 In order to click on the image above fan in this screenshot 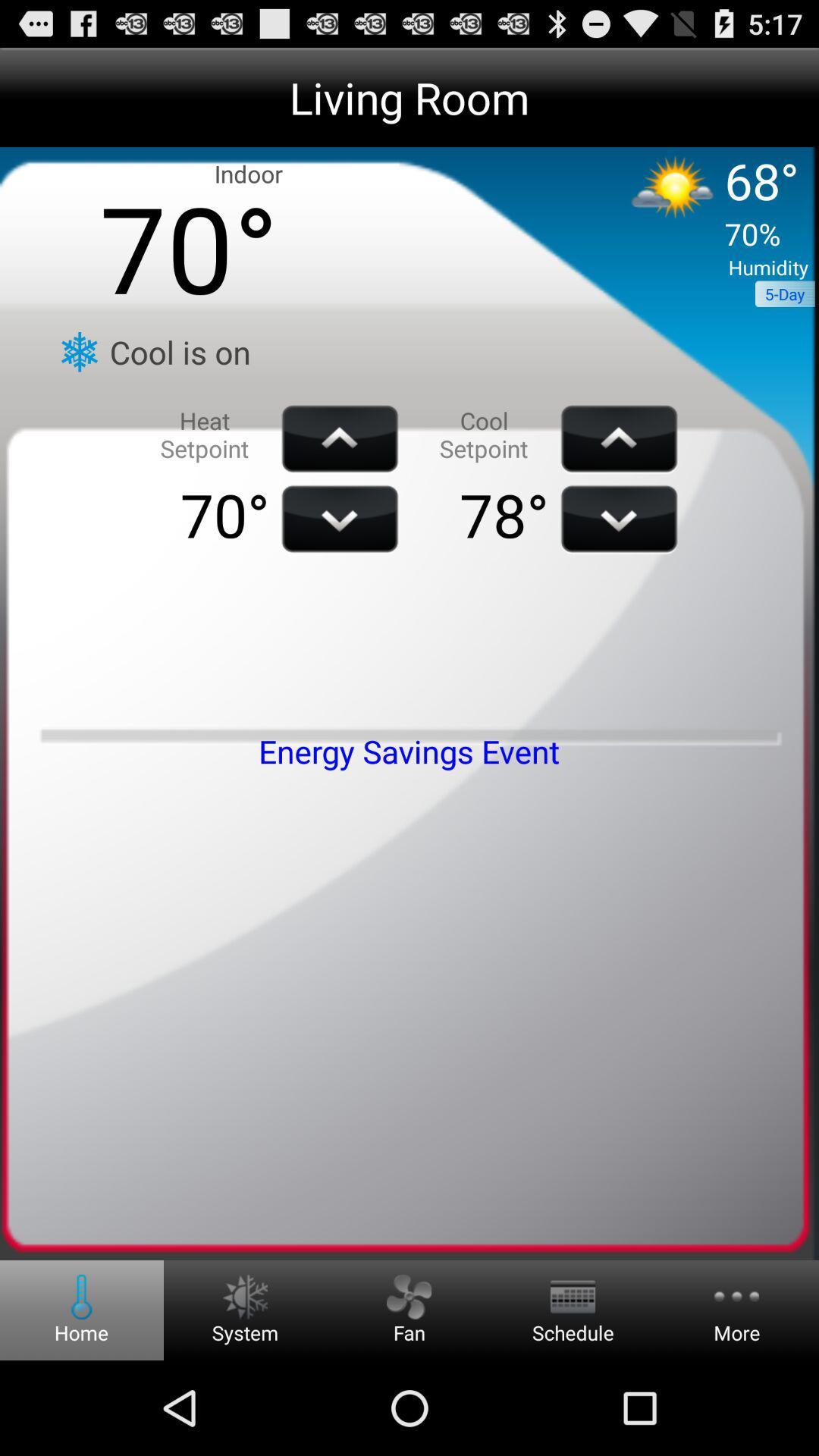, I will do `click(408, 1296)`.